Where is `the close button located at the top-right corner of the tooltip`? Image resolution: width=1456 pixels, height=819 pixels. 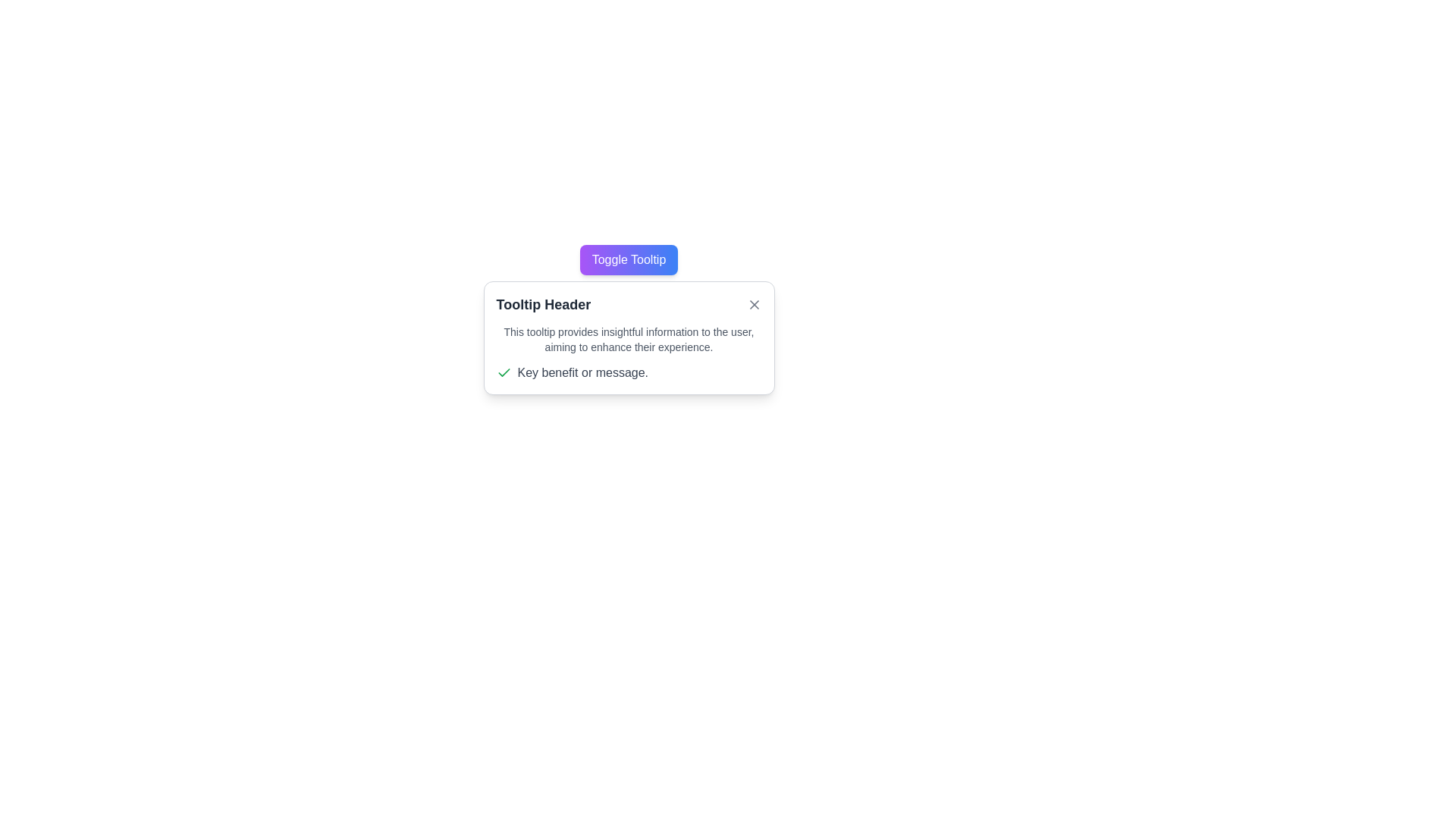
the close button located at the top-right corner of the tooltip is located at coordinates (754, 304).